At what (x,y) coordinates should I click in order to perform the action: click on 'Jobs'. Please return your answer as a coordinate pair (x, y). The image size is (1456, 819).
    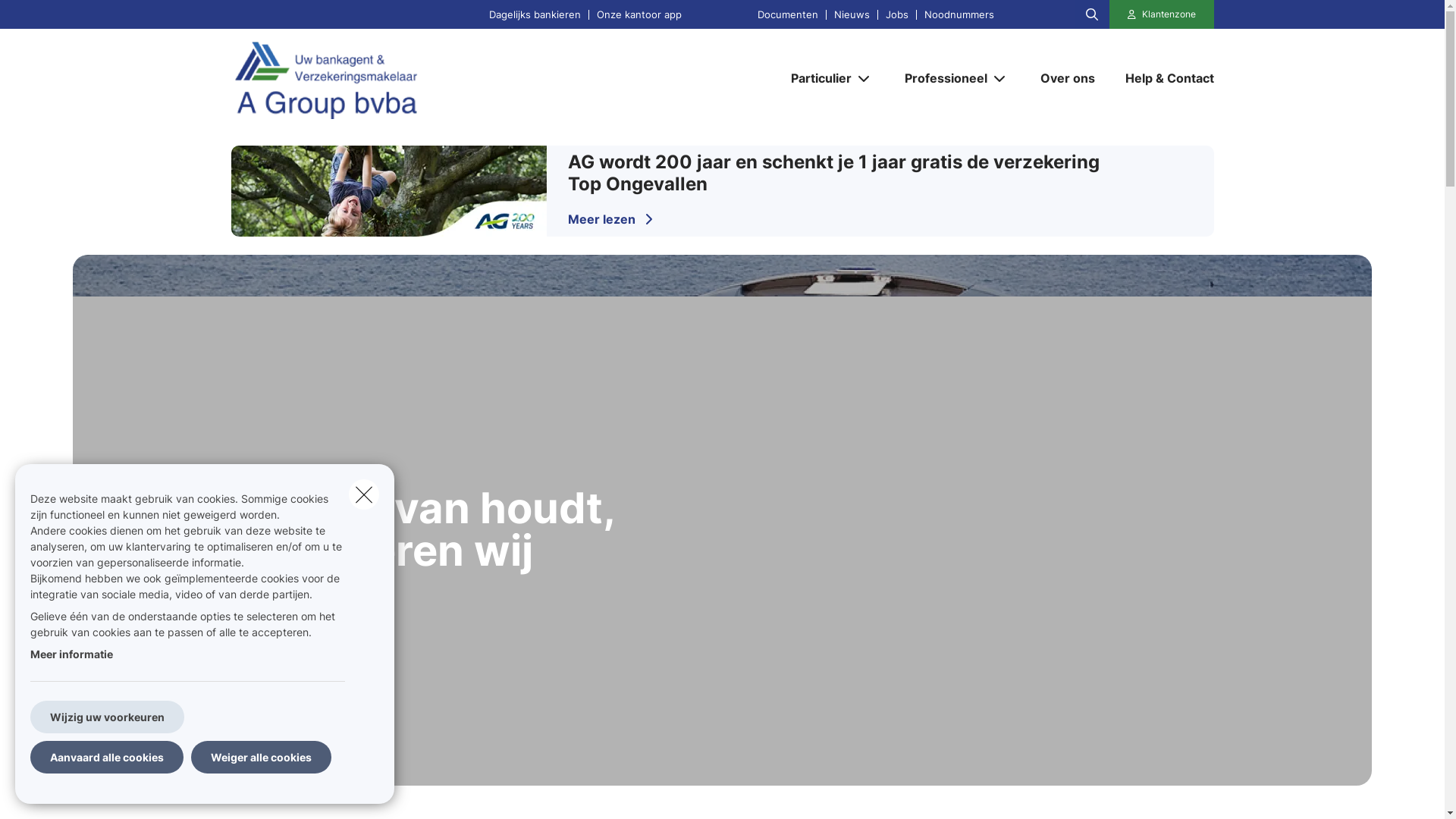
    Looking at the image, I should click on (896, 14).